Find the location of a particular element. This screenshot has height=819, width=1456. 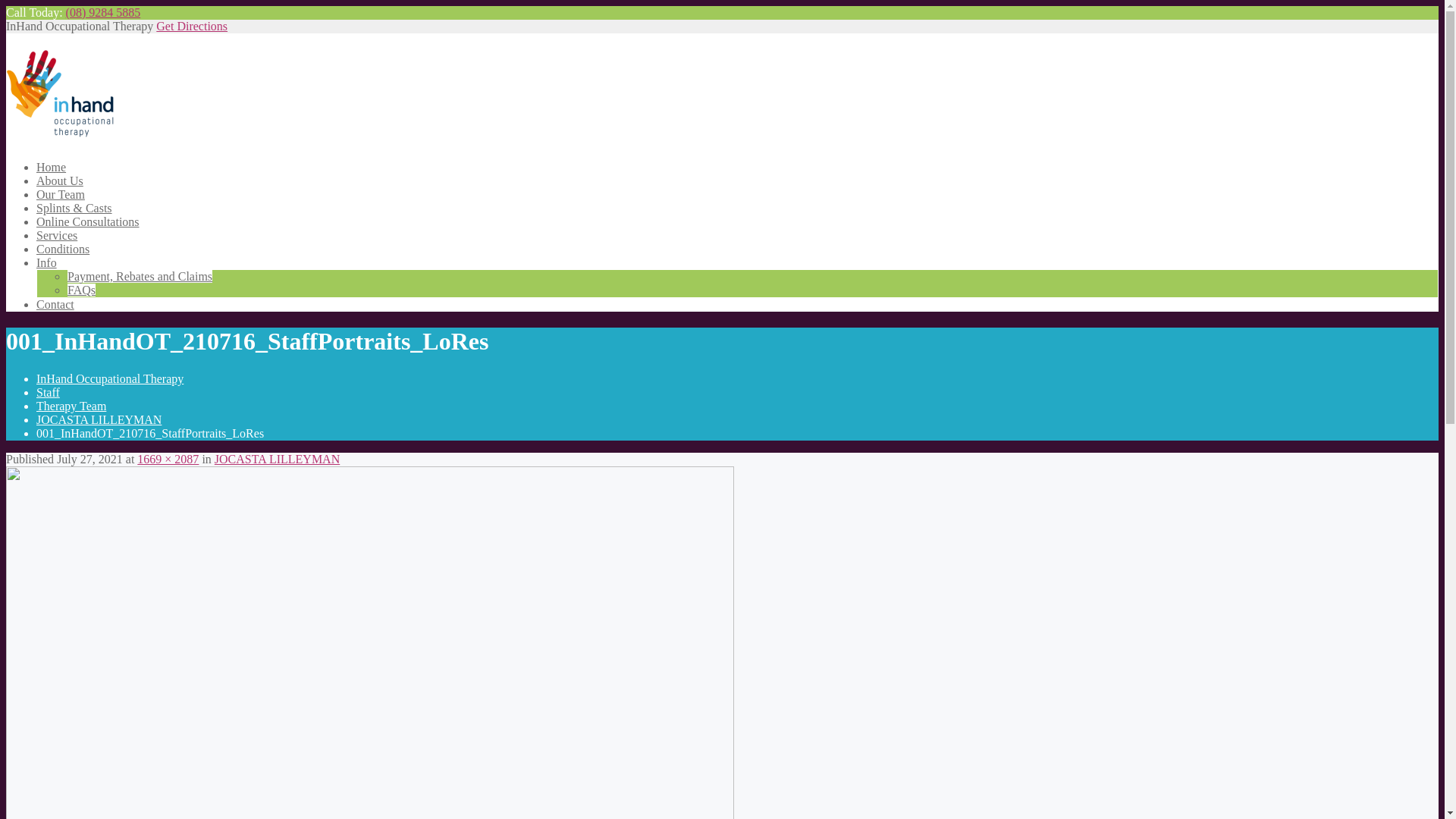

'Staff' is located at coordinates (48, 391).